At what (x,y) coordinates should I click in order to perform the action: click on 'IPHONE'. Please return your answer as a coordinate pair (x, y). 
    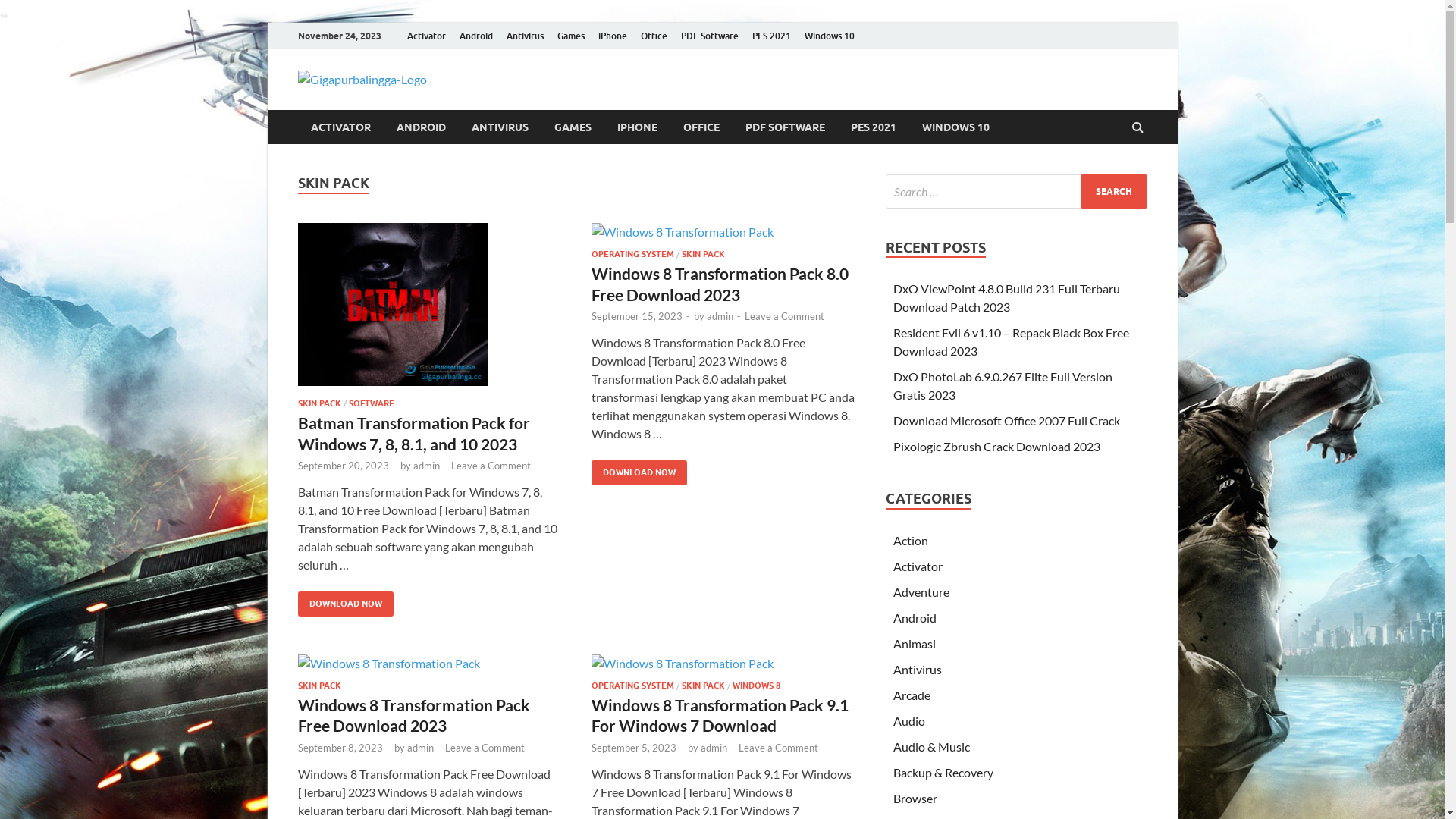
    Looking at the image, I should click on (636, 126).